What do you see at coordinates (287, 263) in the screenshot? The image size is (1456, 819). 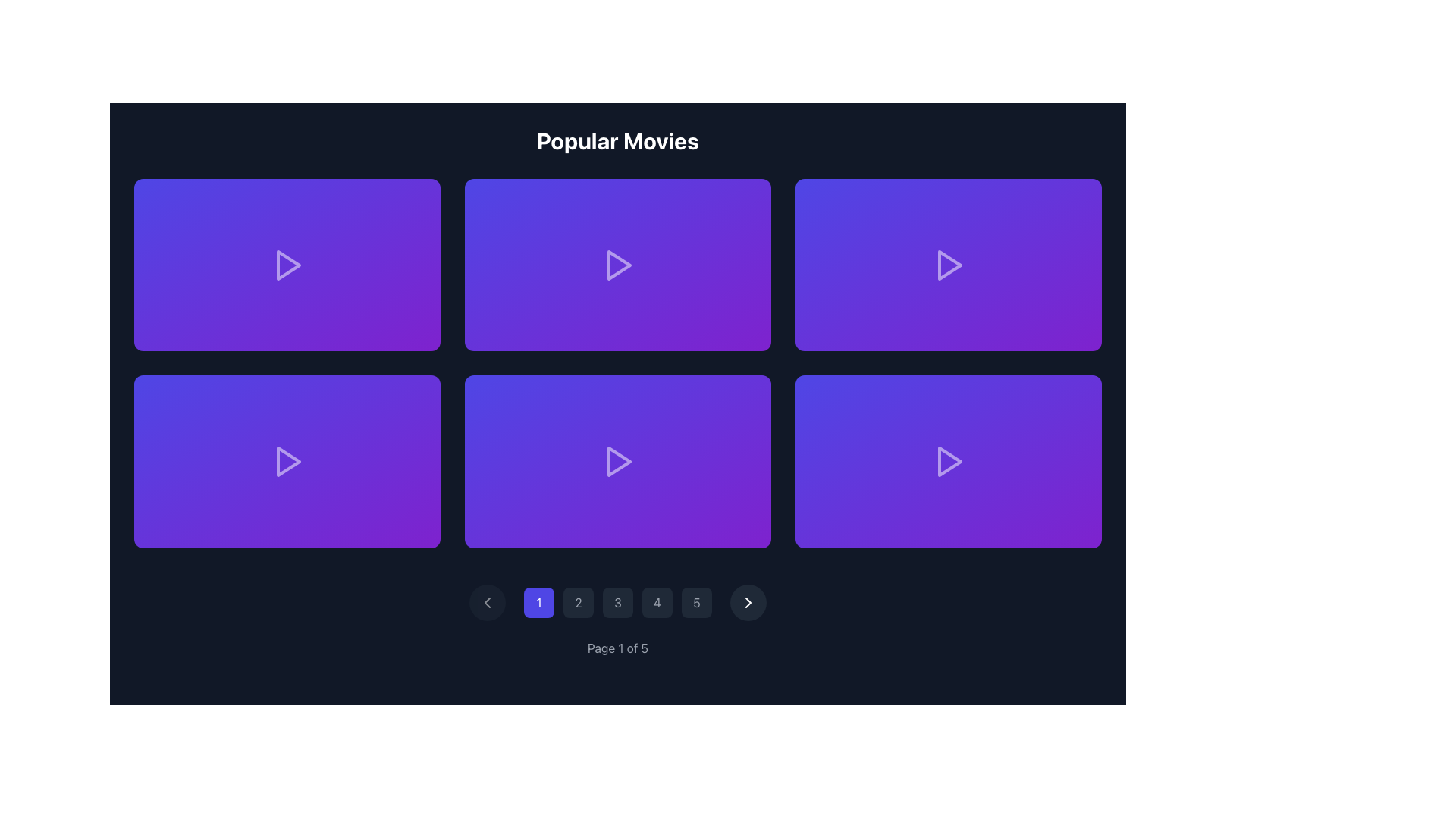 I see `the play icon on the media thumbnail in the top-left corner of the grid layout` at bounding box center [287, 263].